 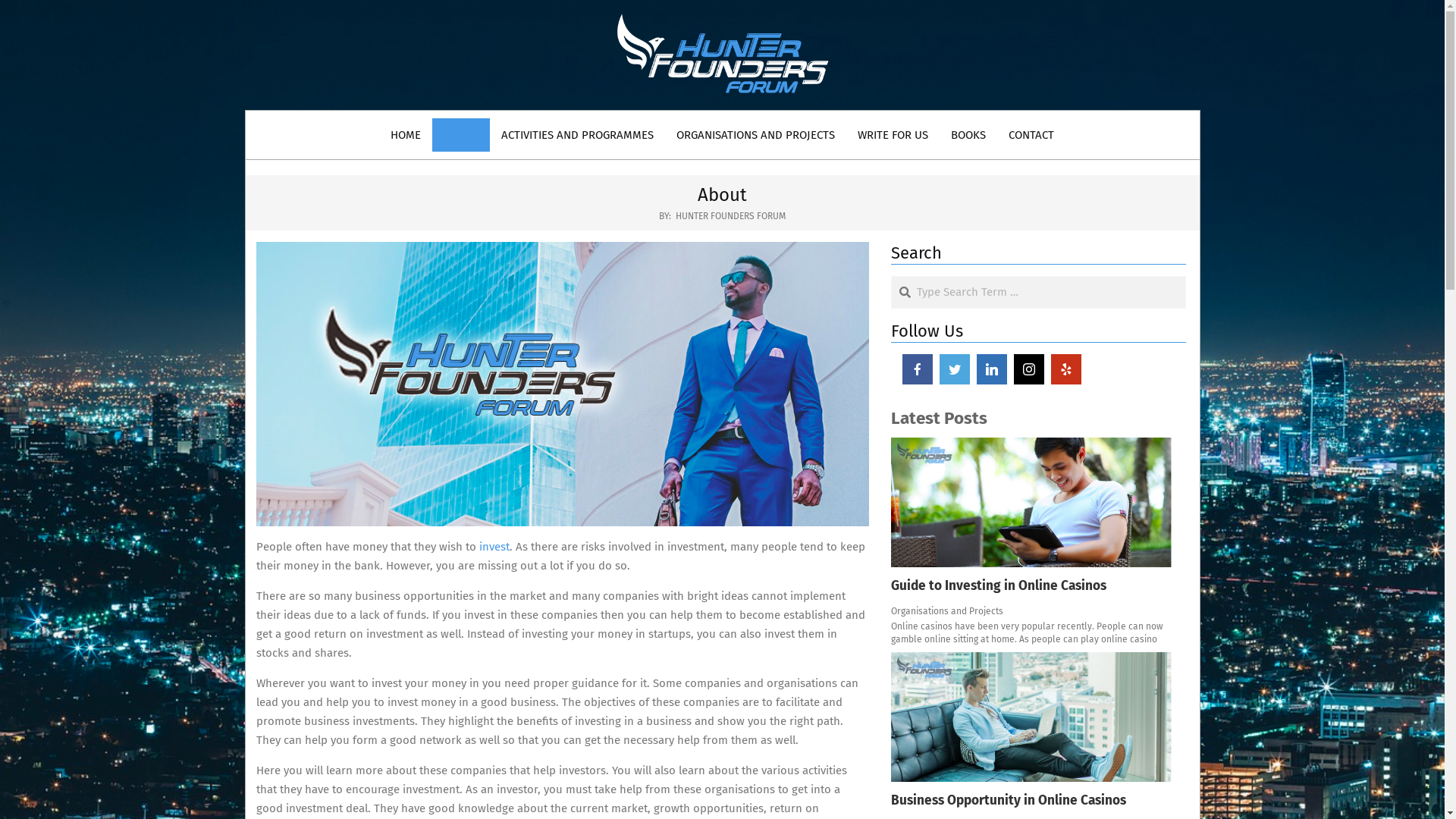 What do you see at coordinates (916, 369) in the screenshot?
I see `'facebook'` at bounding box center [916, 369].